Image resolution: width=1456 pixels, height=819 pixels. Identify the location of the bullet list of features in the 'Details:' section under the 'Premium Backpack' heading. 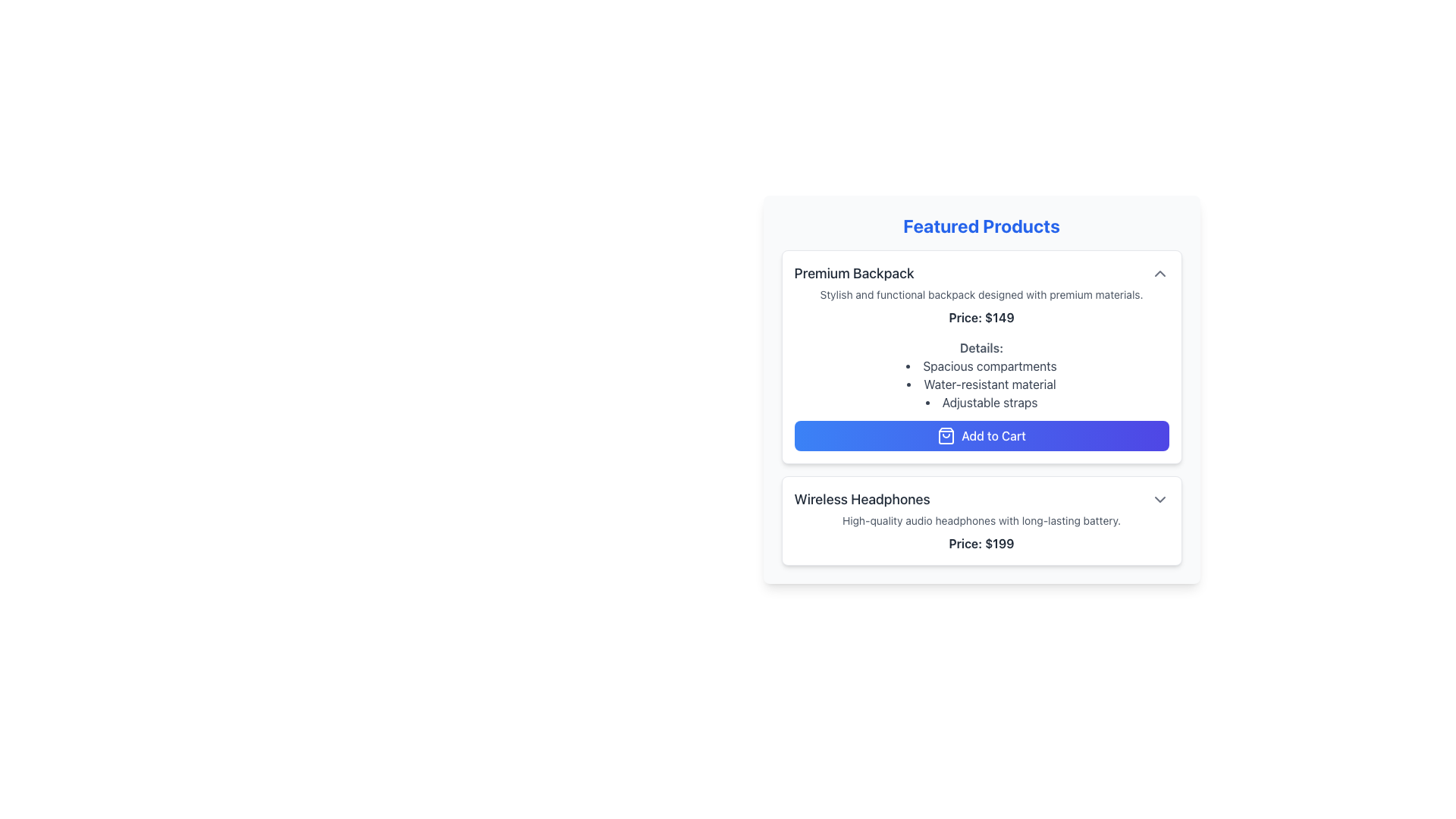
(981, 383).